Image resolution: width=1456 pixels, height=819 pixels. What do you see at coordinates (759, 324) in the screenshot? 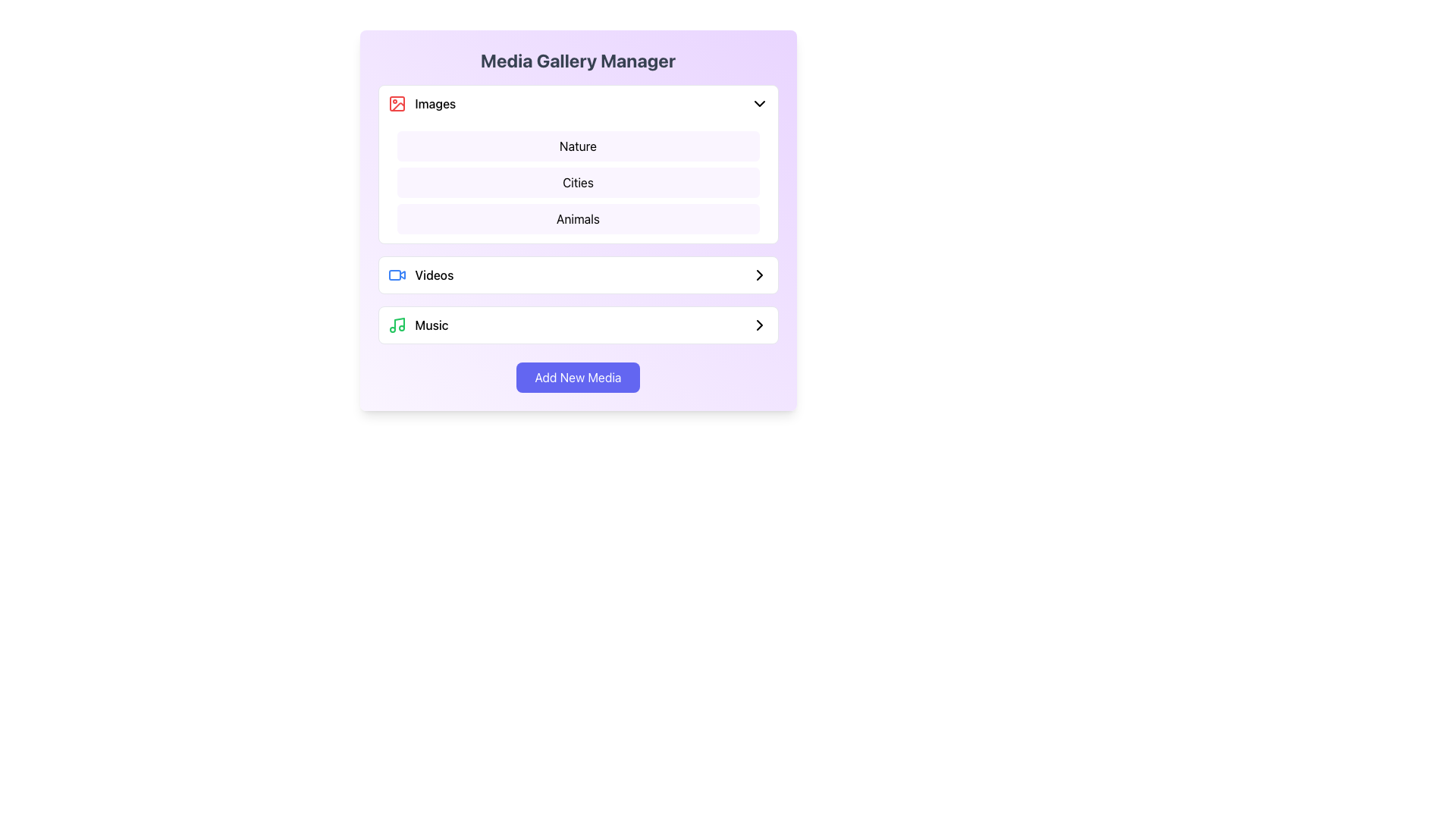
I see `the navigation icon located at the far right of the 'Music' section` at bounding box center [759, 324].